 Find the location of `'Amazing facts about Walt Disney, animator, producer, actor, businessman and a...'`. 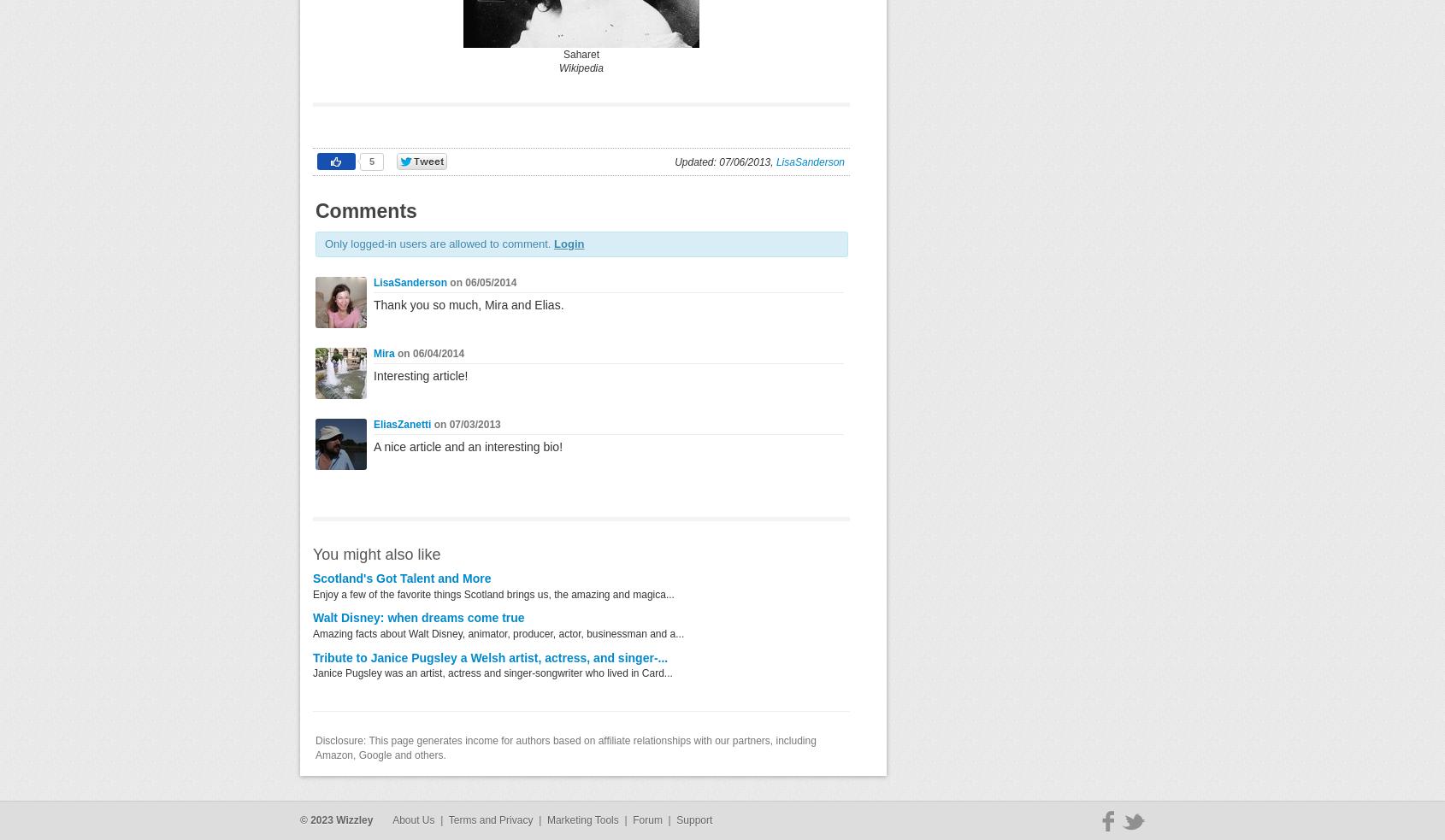

'Amazing facts about Walt Disney, animator, producer, actor, businessman and a...' is located at coordinates (498, 631).